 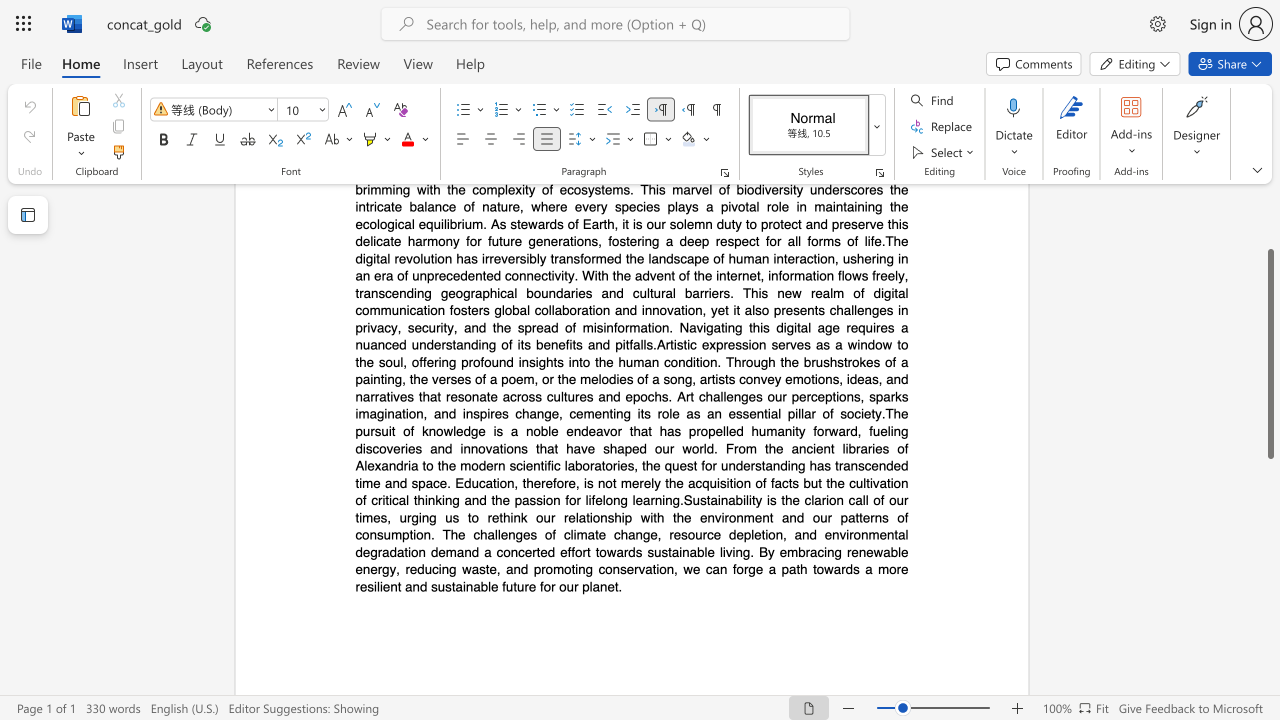 I want to click on the scrollbar to adjust the page downward, so click(x=1269, y=528).